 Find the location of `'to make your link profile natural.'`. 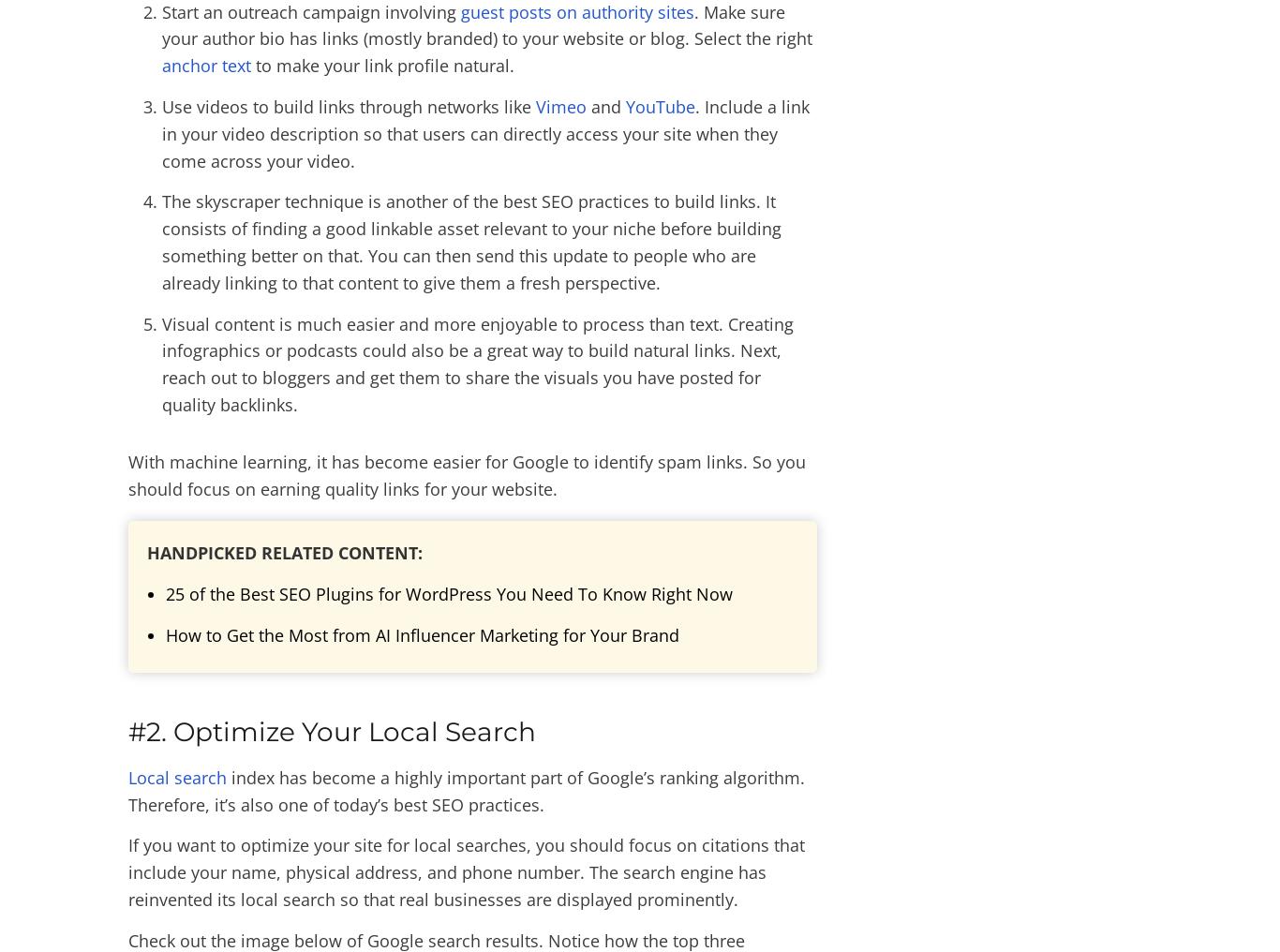

'to make your link profile natural.' is located at coordinates (381, 66).